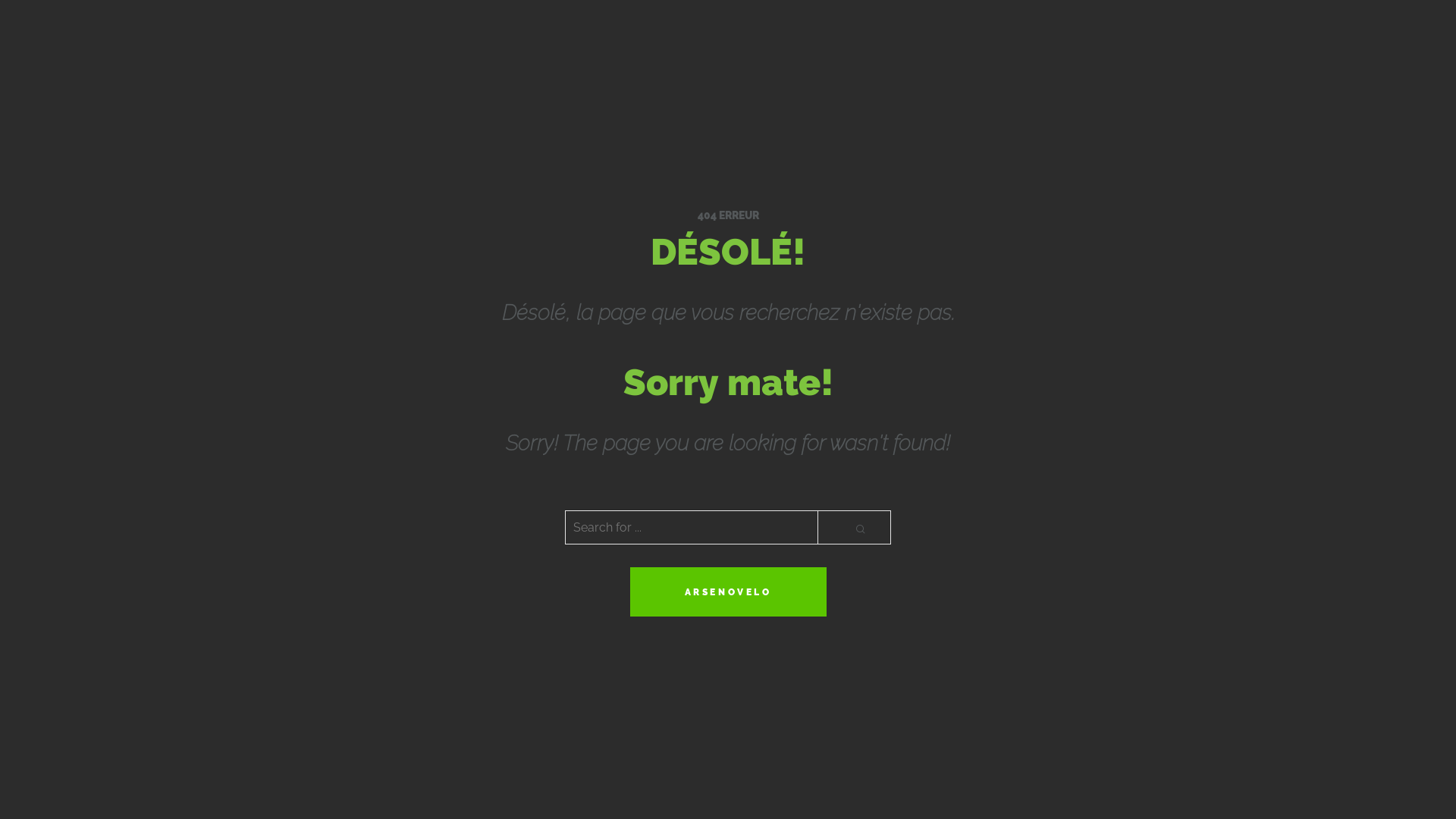 Image resolution: width=1456 pixels, height=819 pixels. Describe the element at coordinates (726, 591) in the screenshot. I see `'ARSENOVELO'` at that location.